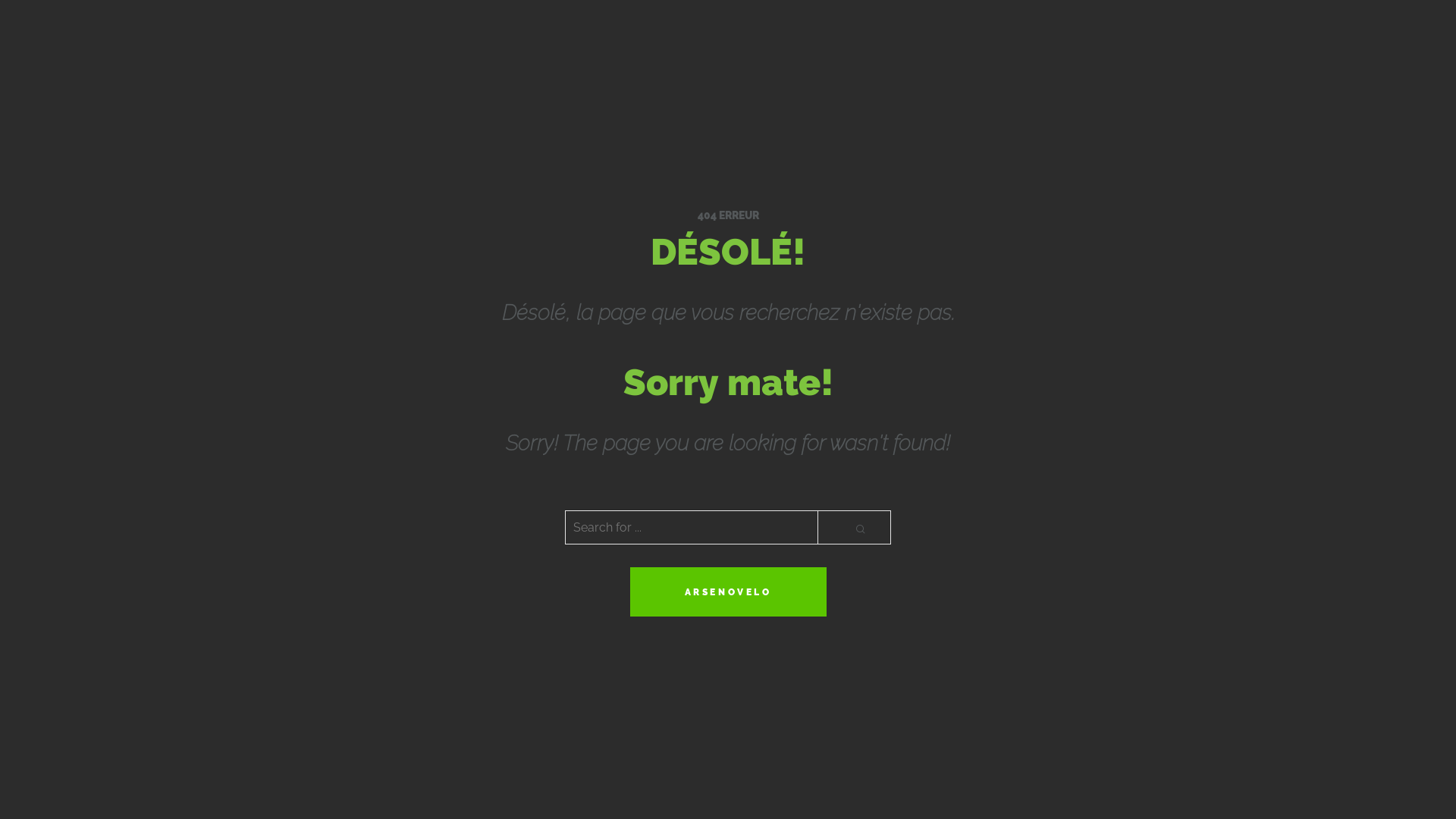 Image resolution: width=1456 pixels, height=819 pixels. Describe the element at coordinates (726, 591) in the screenshot. I see `'ARSENOVELO'` at that location.